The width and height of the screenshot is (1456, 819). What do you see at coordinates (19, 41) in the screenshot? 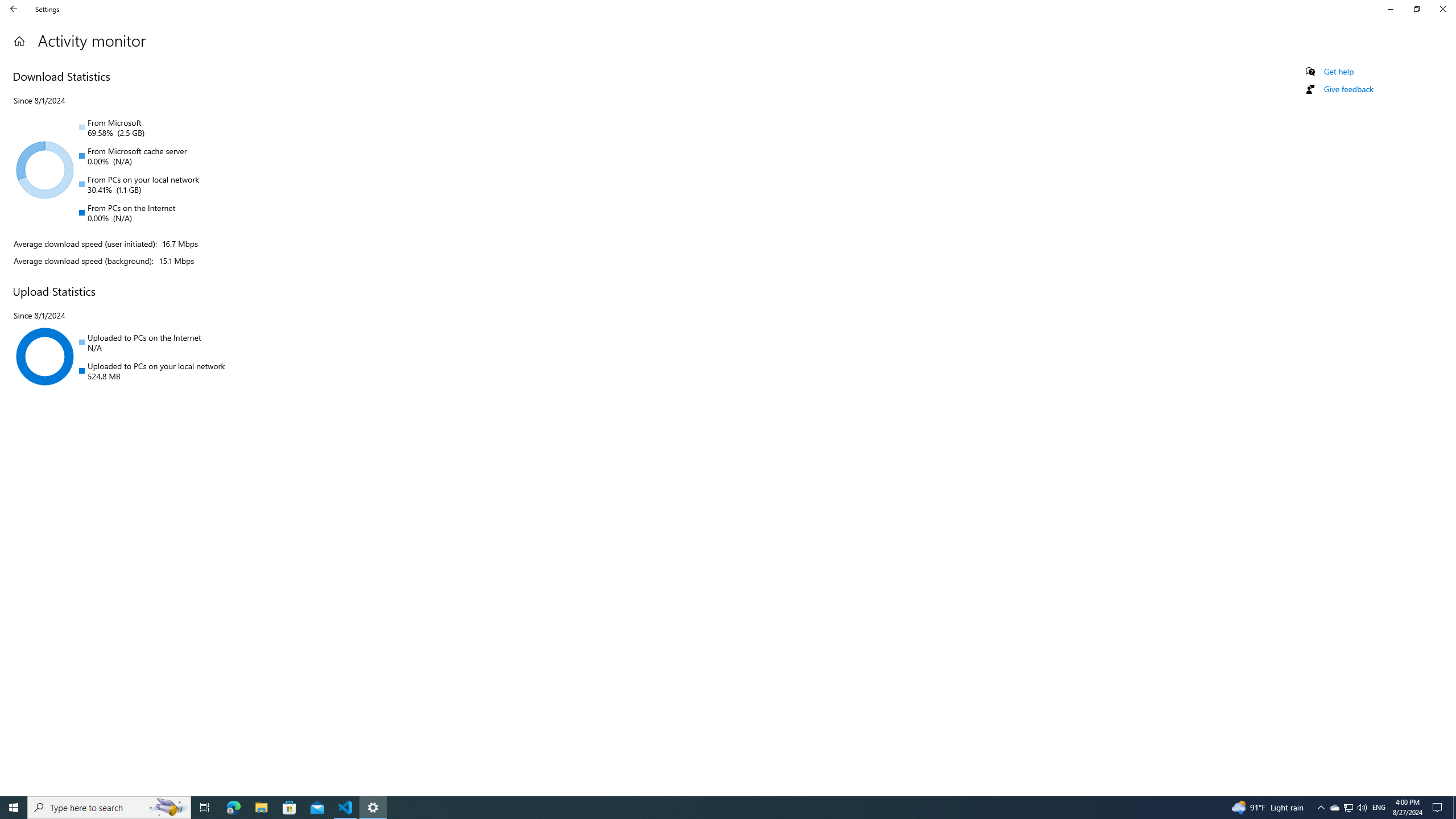
I see `'Home'` at bounding box center [19, 41].